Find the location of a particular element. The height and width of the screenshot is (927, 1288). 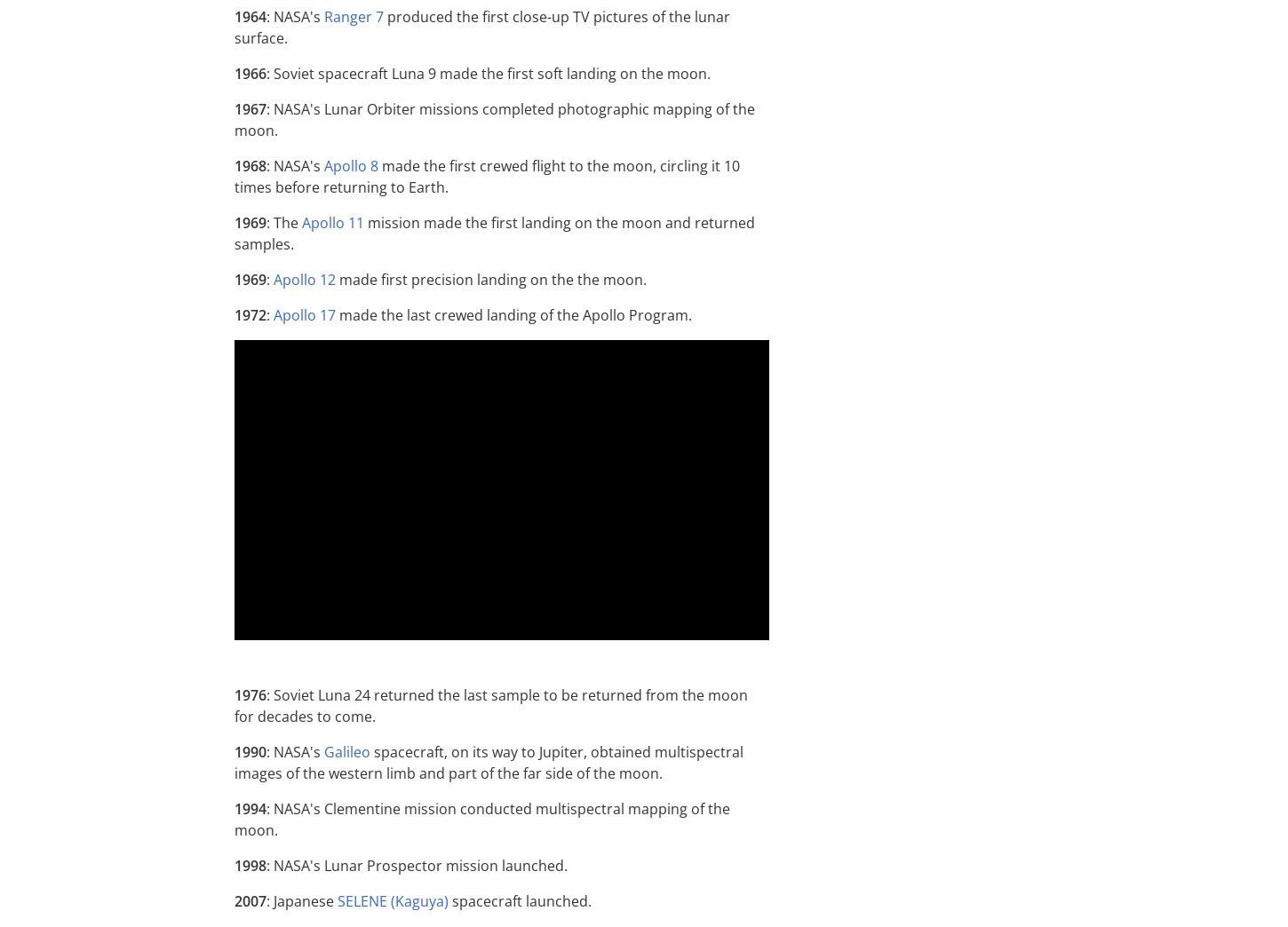

'mission made the first landing on the moon and returned samples.' is located at coordinates (494, 232).